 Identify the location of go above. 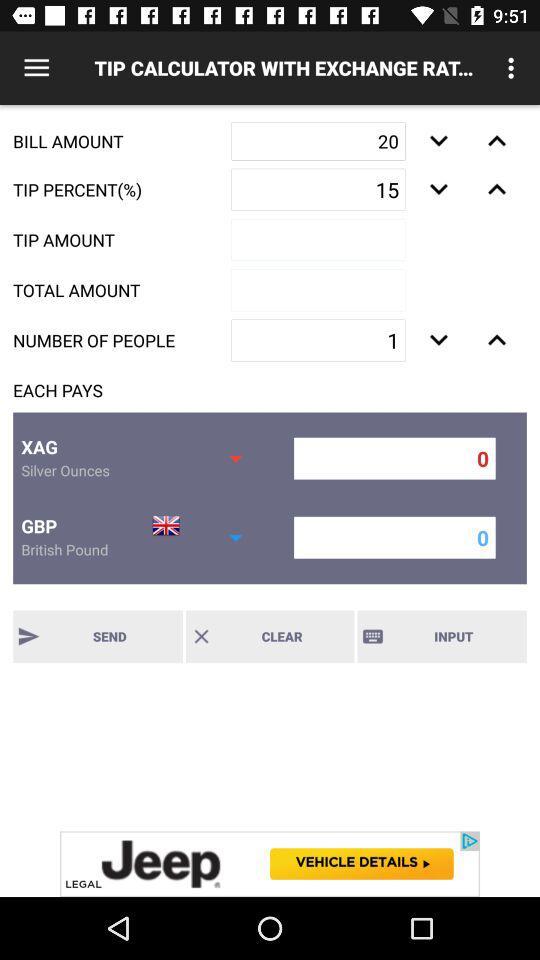
(496, 189).